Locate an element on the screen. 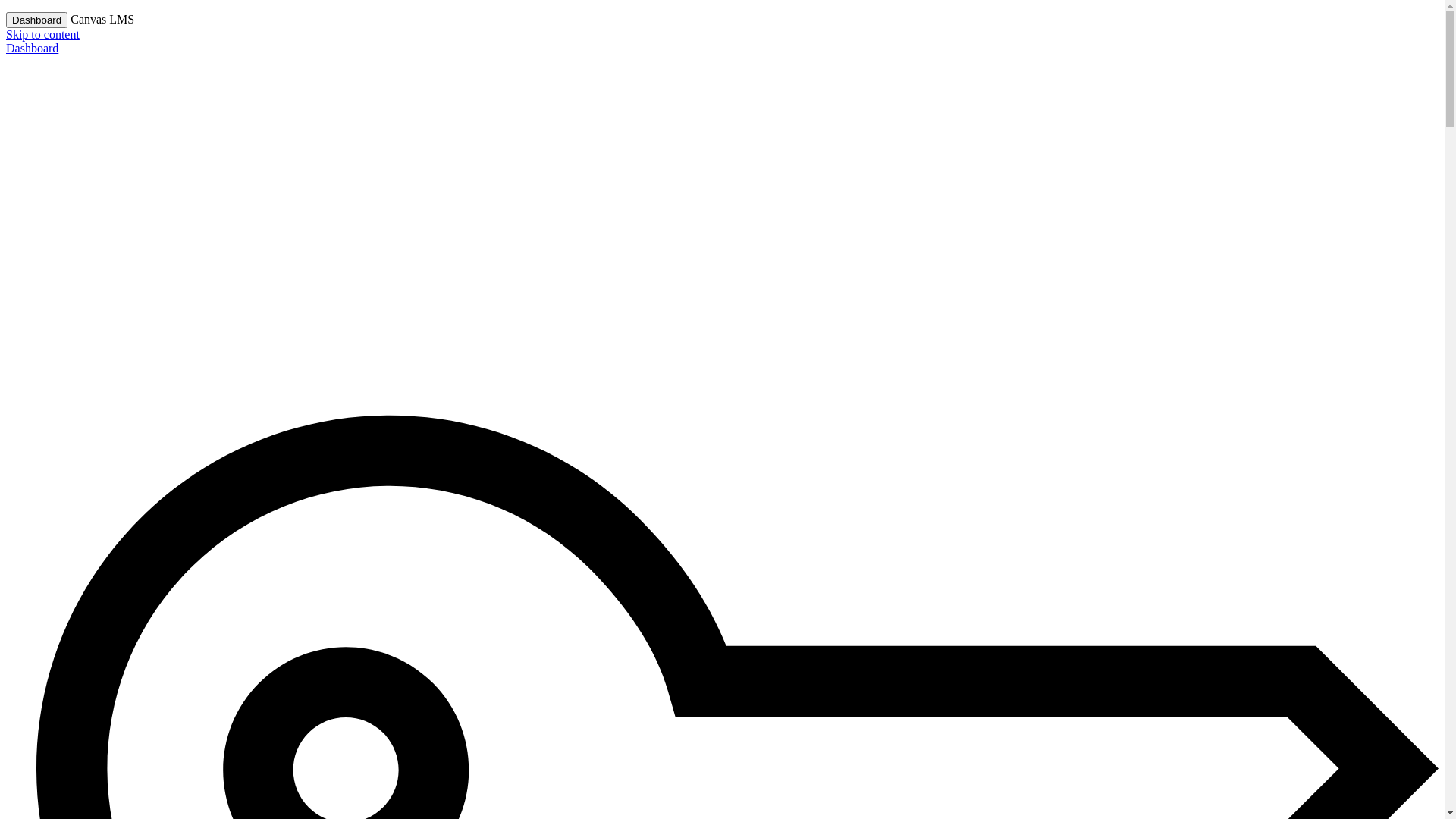 The image size is (1456, 819). 'Dashboard' is located at coordinates (6, 20).